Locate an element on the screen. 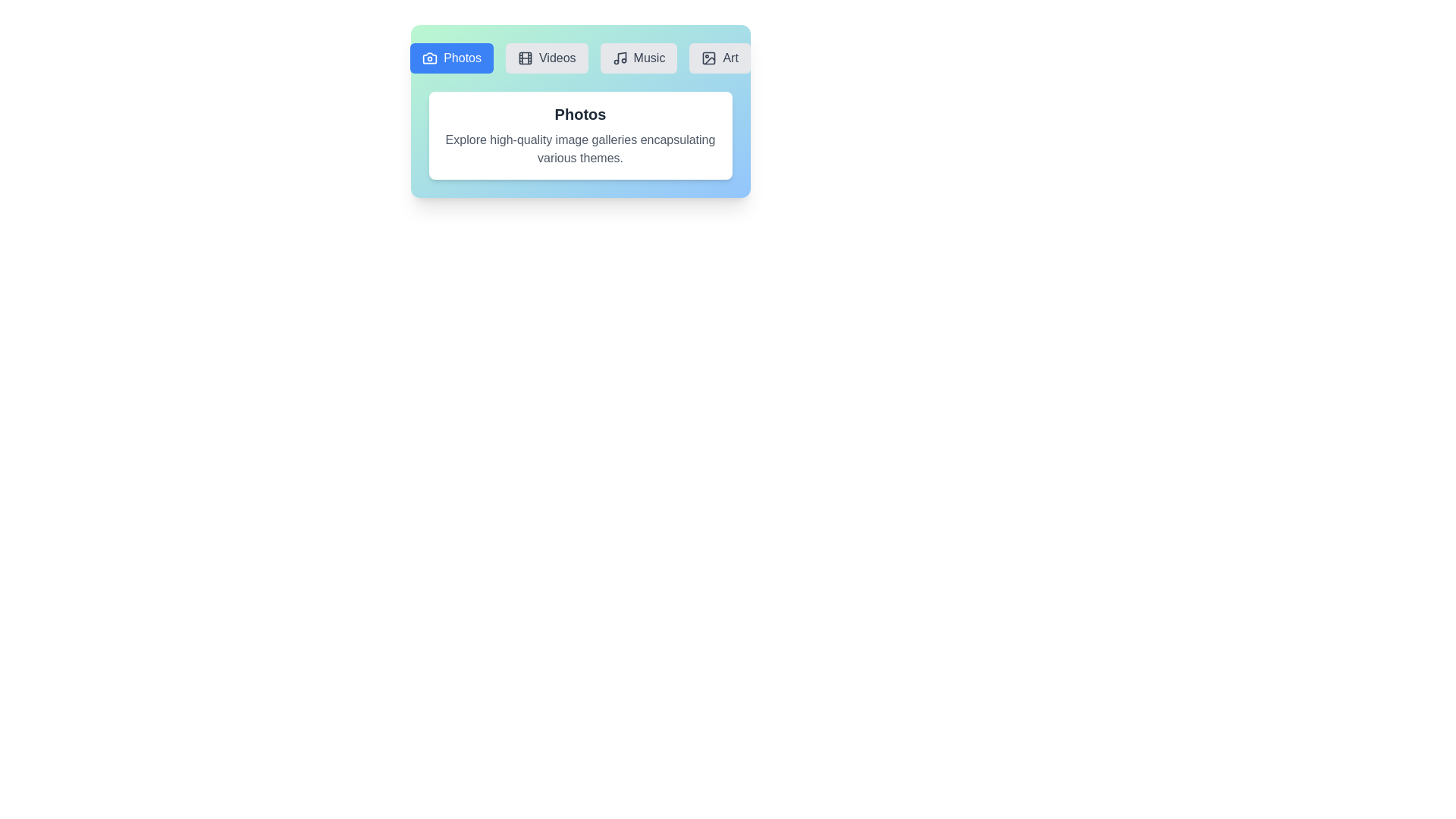  the Art tab is located at coordinates (719, 58).